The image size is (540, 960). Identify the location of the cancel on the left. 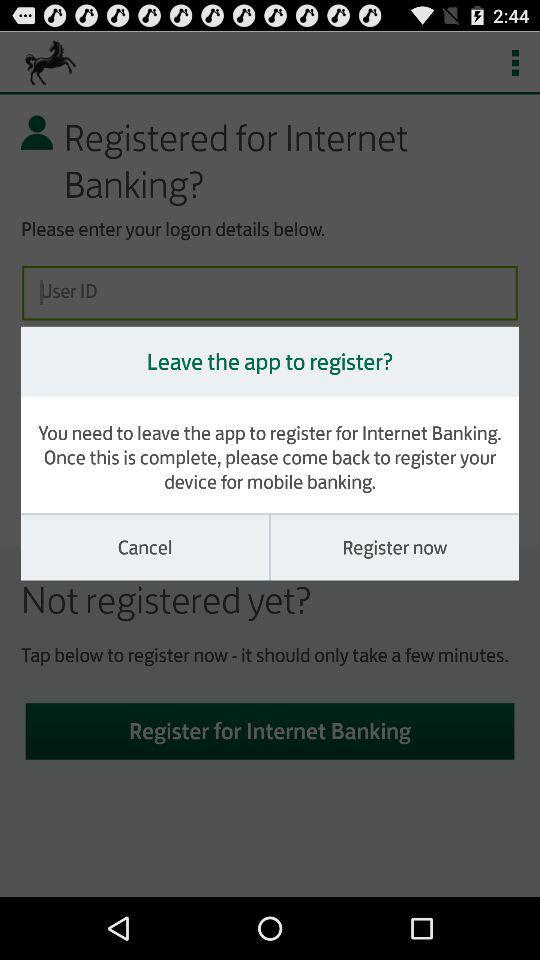
(144, 547).